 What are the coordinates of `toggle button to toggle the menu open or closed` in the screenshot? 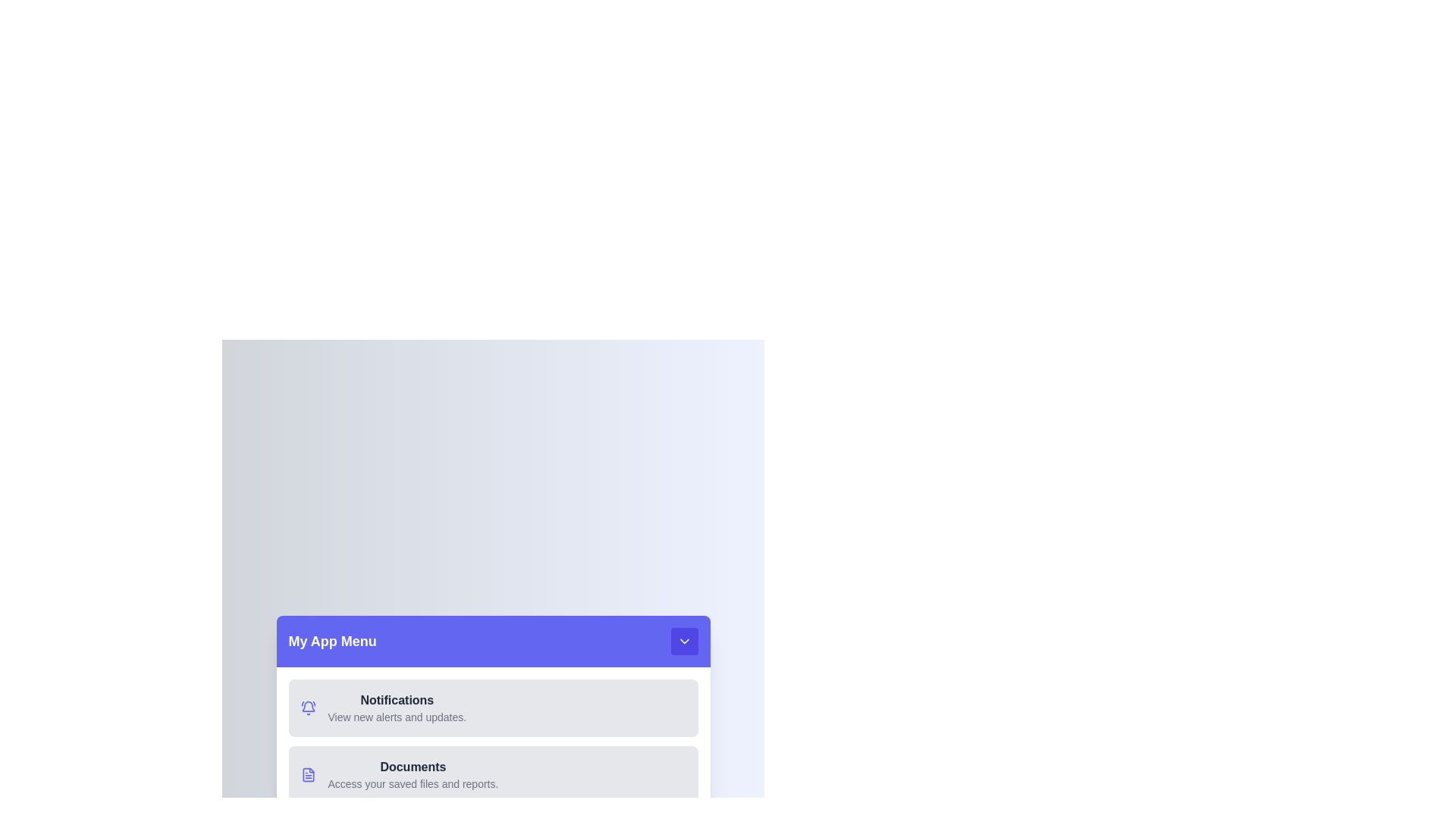 It's located at (683, 641).